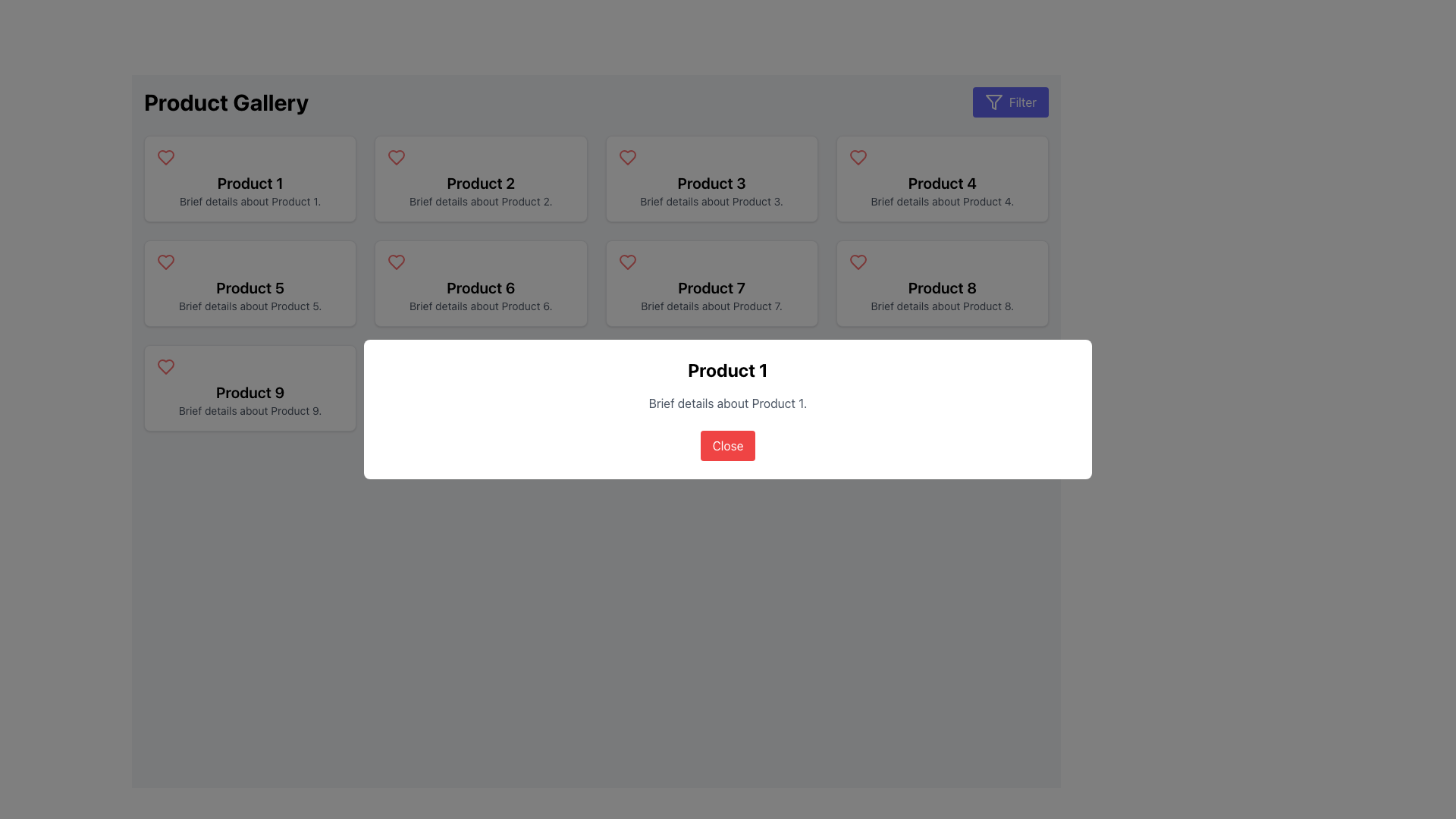 The image size is (1456, 819). I want to click on the heart-shaped icon with outlined geometry and a red hue located in the card for 'Product 8' to interact with it, so click(858, 262).